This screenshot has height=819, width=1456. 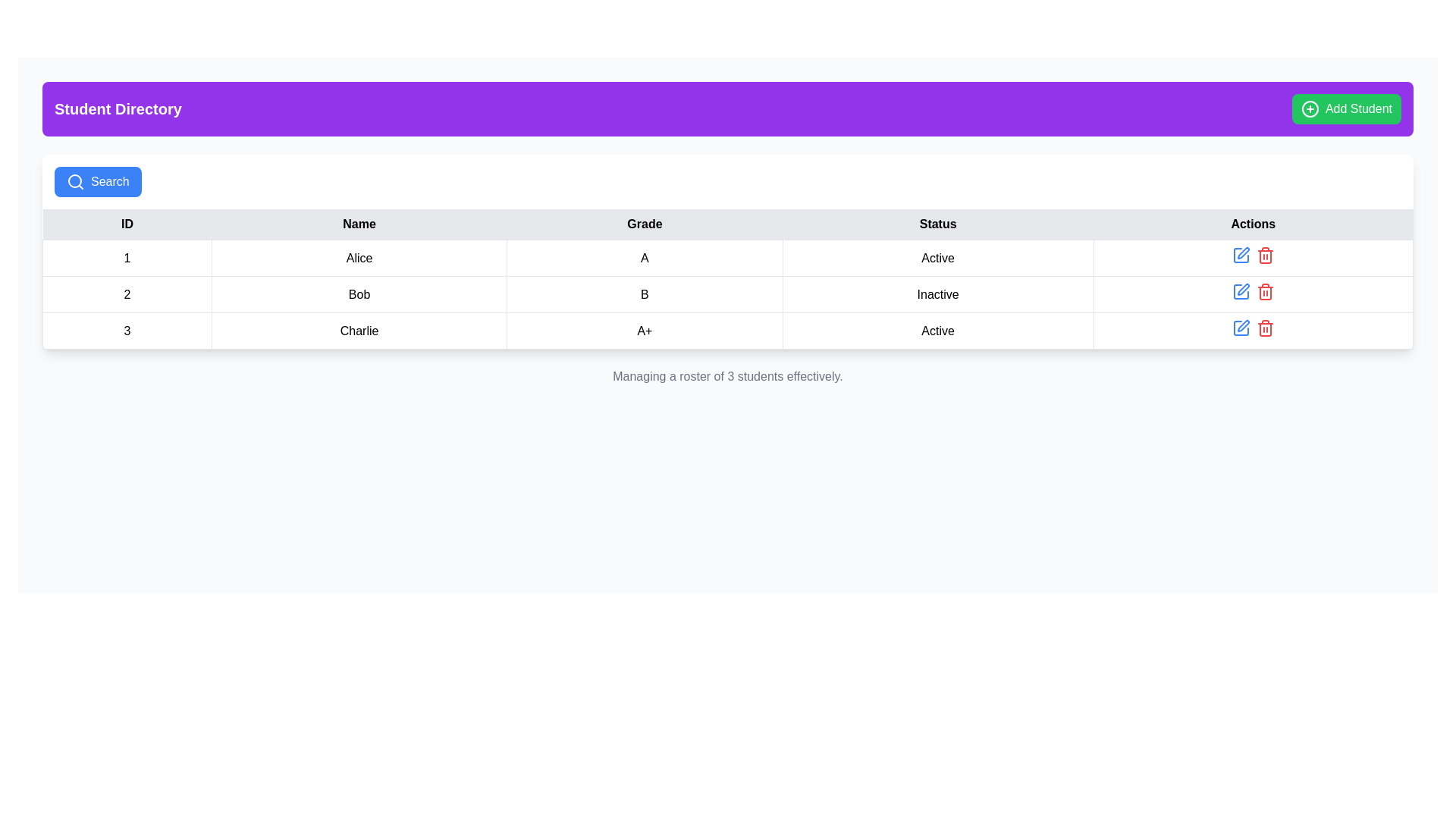 I want to click on the 'Active' status text, so click(x=937, y=256).